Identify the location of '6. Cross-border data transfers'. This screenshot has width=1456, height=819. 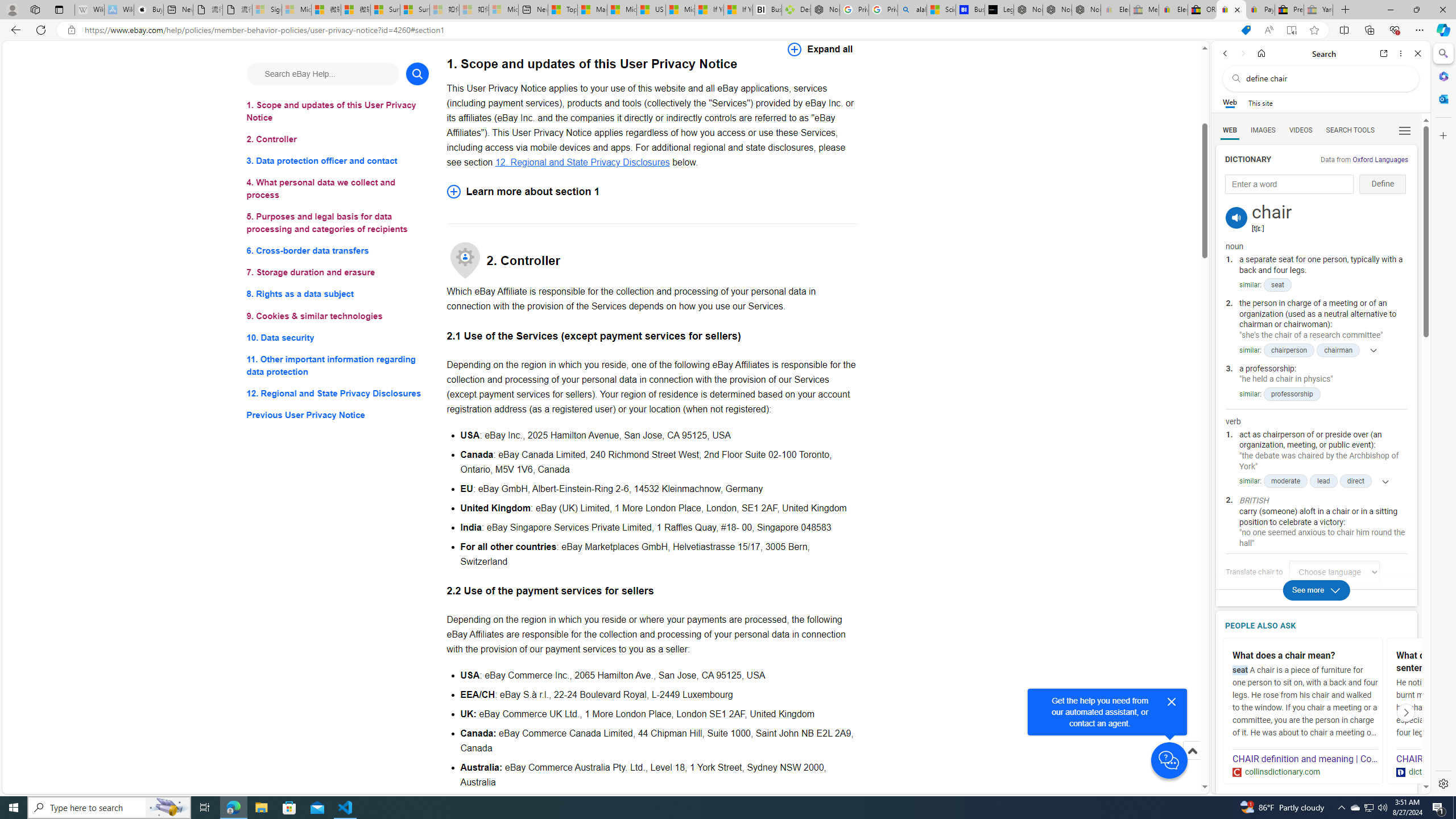
(337, 251).